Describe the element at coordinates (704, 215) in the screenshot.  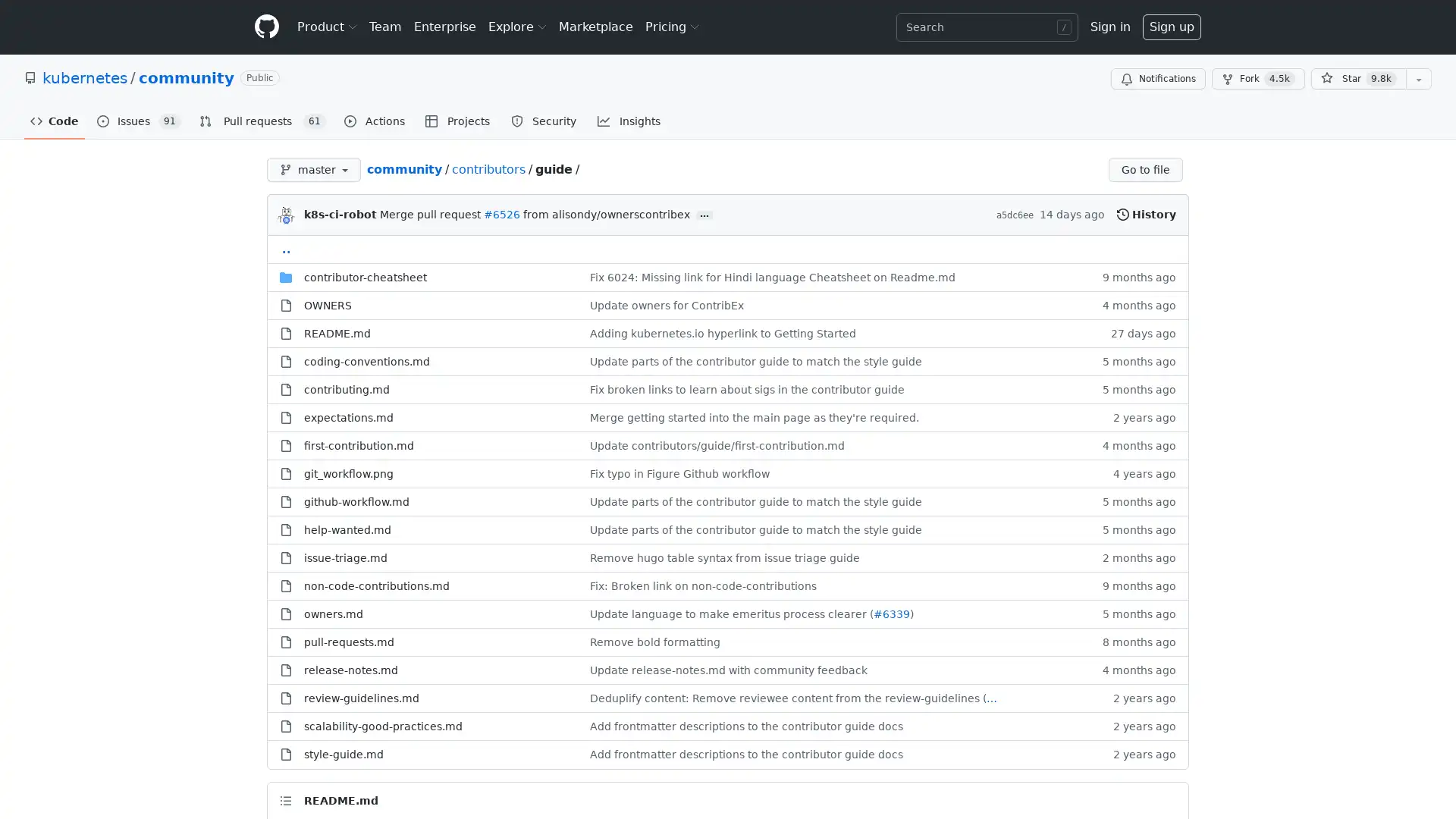
I see `...` at that location.